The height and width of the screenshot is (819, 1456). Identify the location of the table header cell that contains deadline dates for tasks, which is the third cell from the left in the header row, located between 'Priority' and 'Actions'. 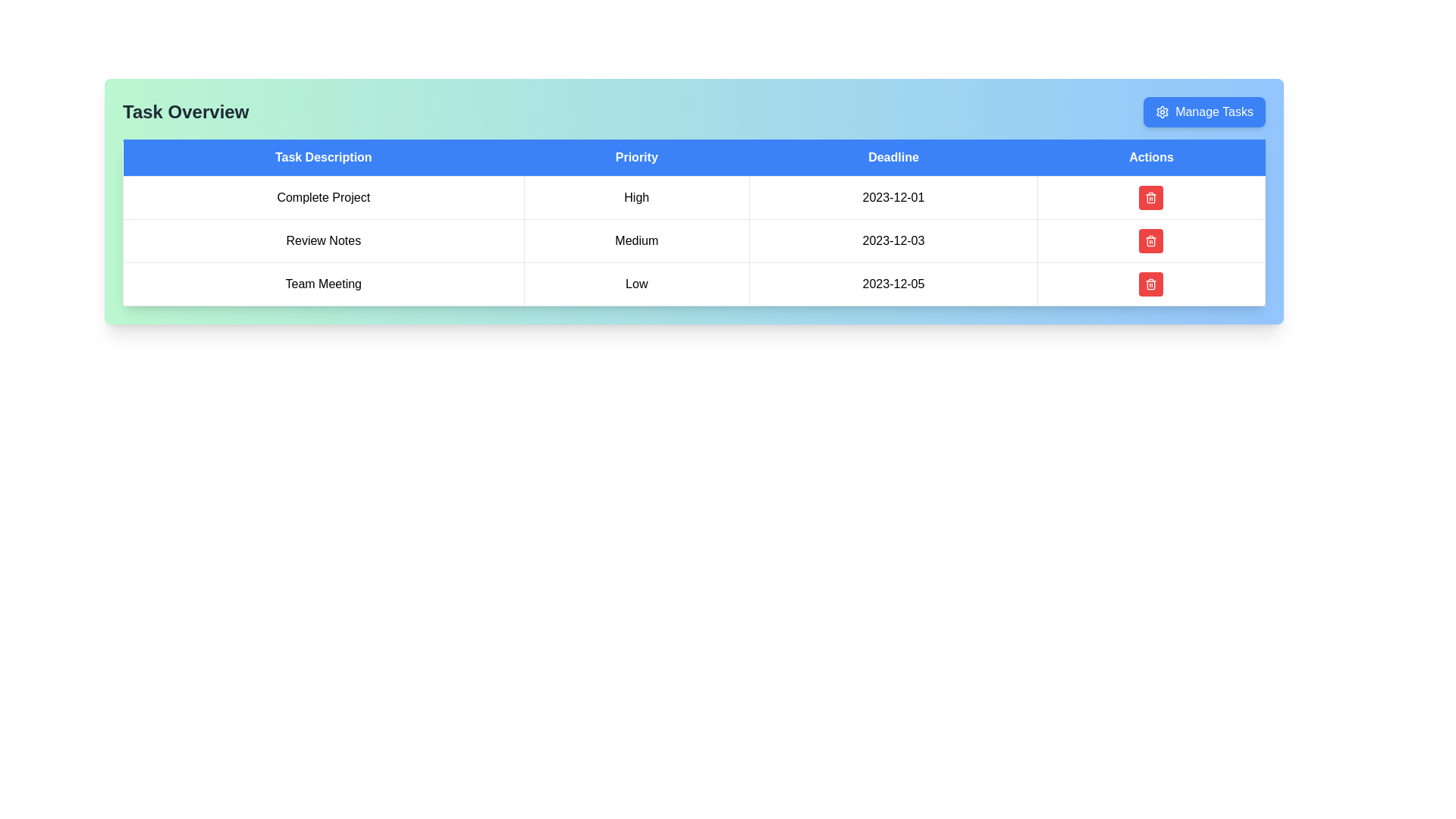
(893, 158).